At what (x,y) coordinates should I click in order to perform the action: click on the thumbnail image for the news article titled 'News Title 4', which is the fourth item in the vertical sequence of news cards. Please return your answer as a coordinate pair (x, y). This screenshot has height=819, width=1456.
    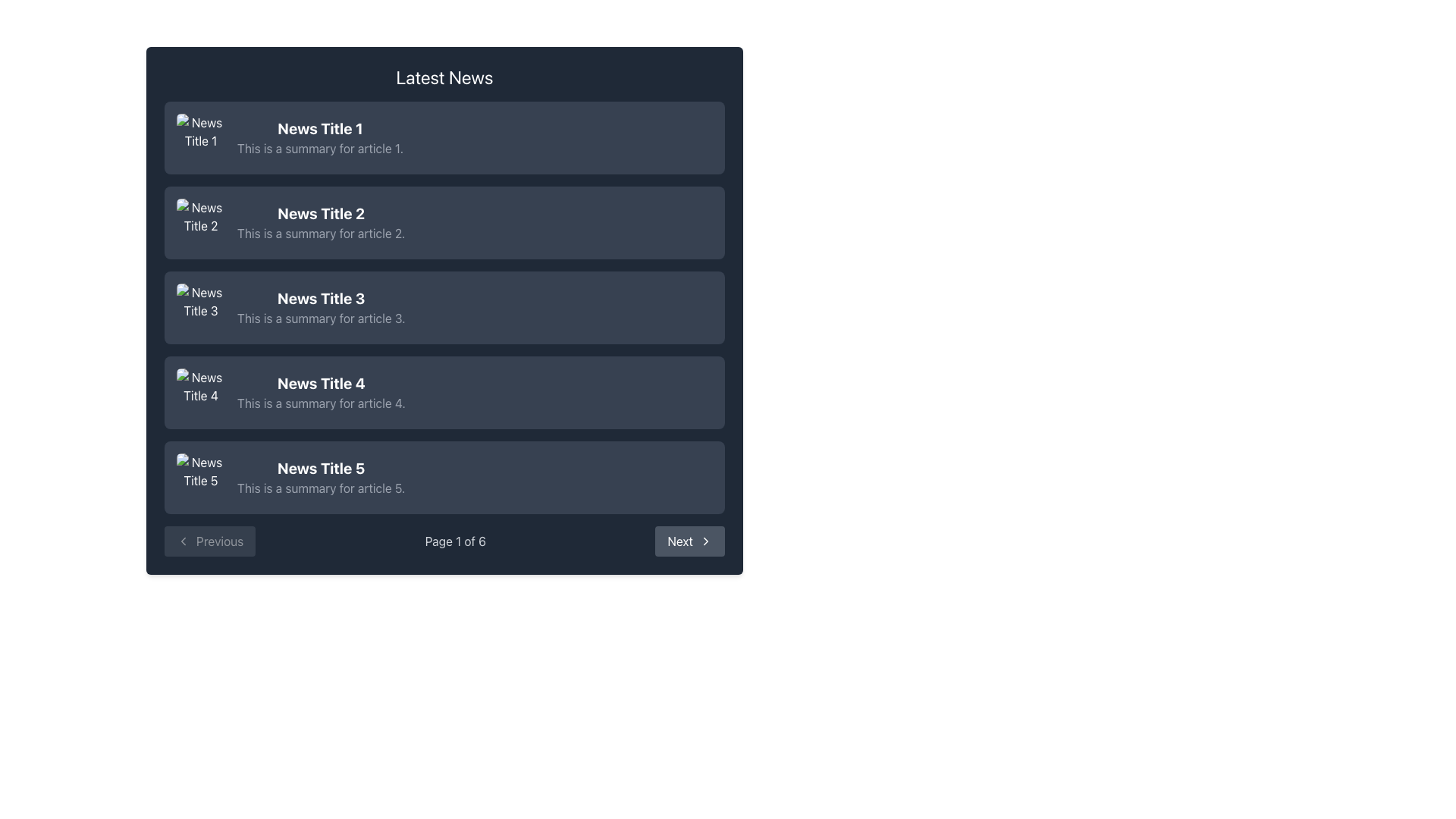
    Looking at the image, I should click on (199, 391).